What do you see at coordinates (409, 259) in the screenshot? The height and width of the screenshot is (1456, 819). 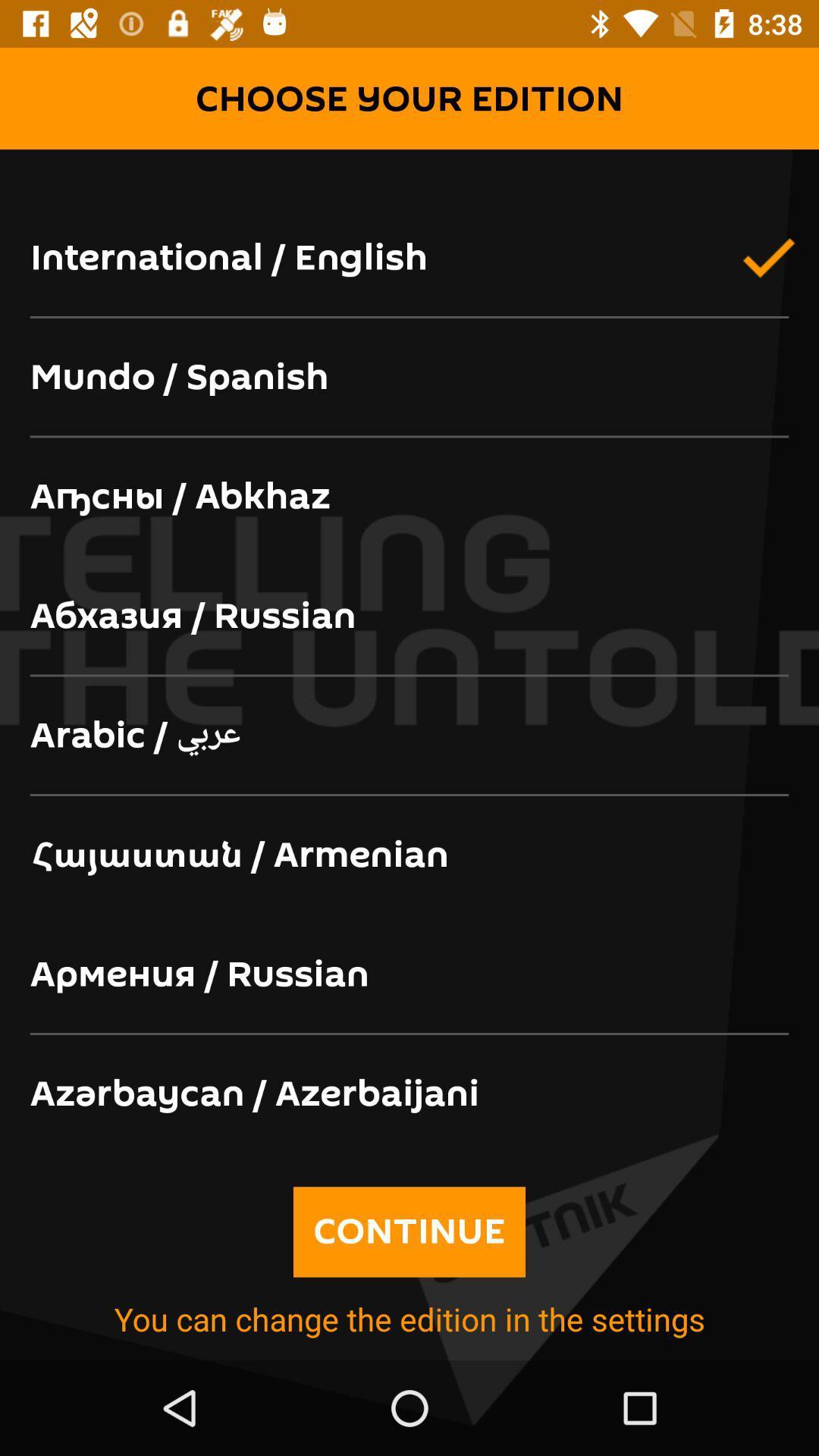 I see `international / english app` at bounding box center [409, 259].